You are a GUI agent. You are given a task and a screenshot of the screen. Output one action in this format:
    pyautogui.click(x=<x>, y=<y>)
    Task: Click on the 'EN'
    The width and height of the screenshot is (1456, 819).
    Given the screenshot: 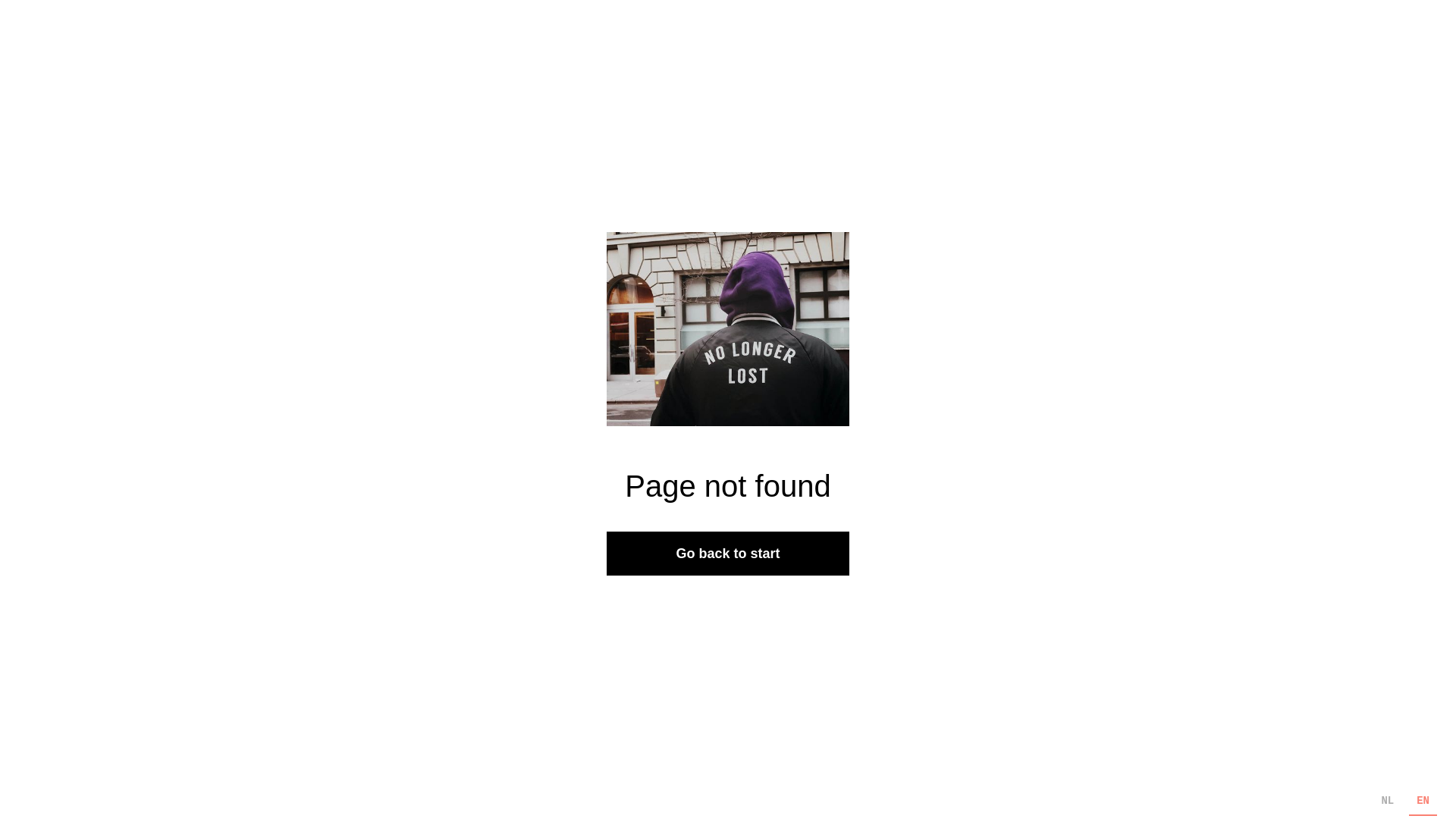 What is the action you would take?
    pyautogui.click(x=1422, y=801)
    